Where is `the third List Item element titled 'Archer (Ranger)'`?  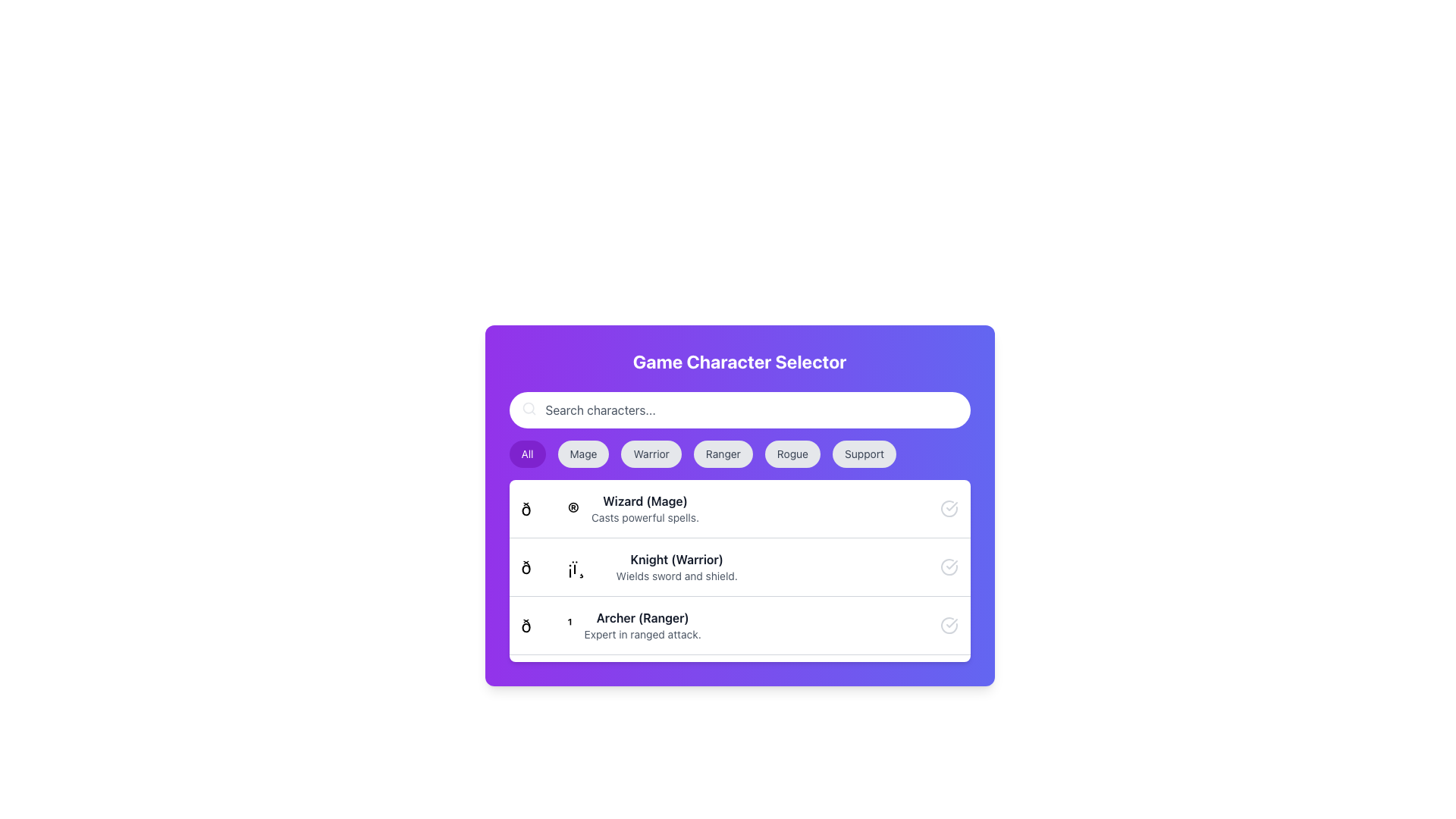
the third List Item element titled 'Archer (Ranger)' is located at coordinates (611, 626).